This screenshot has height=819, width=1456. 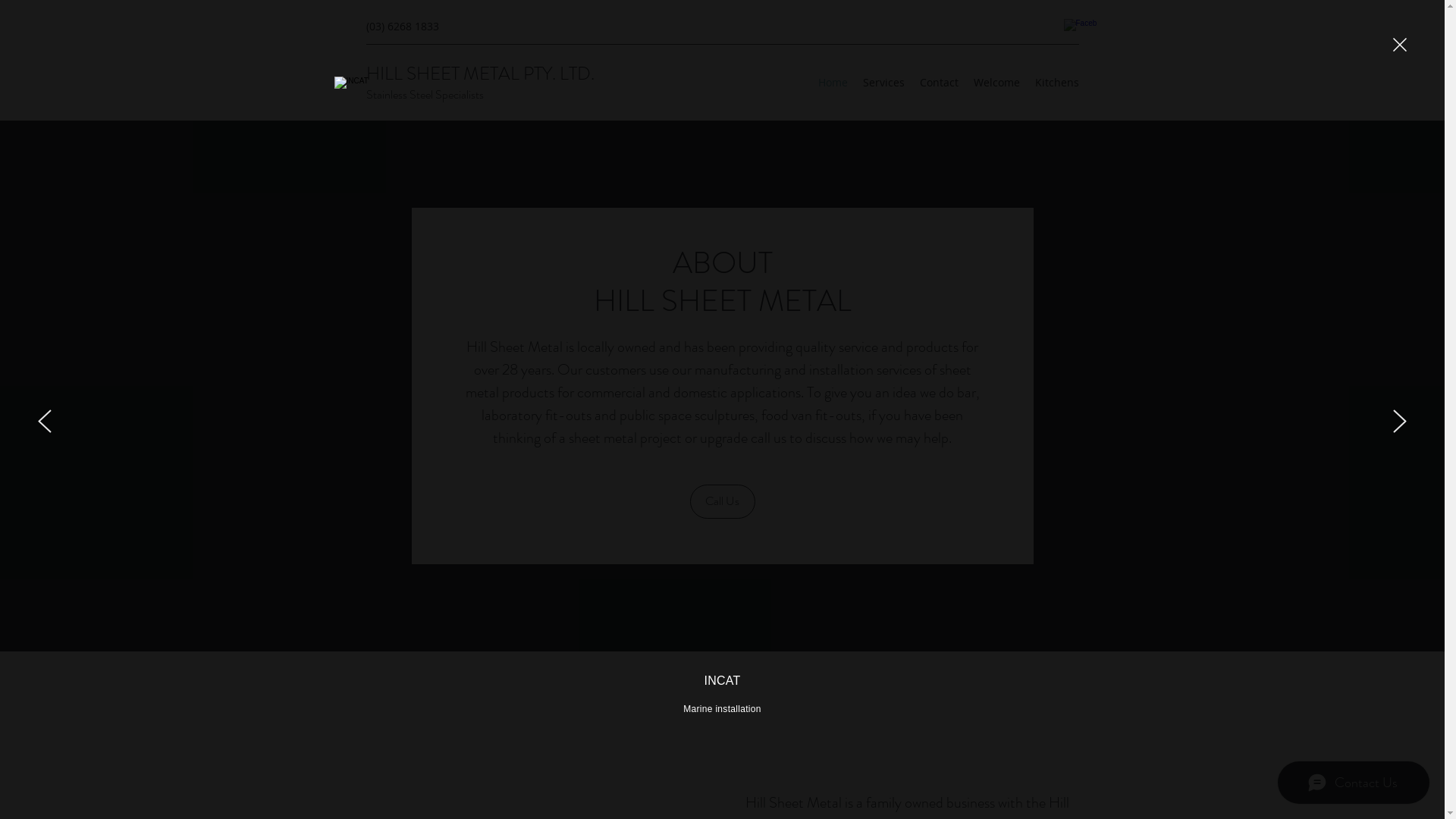 What do you see at coordinates (809, 82) in the screenshot?
I see `'Home'` at bounding box center [809, 82].